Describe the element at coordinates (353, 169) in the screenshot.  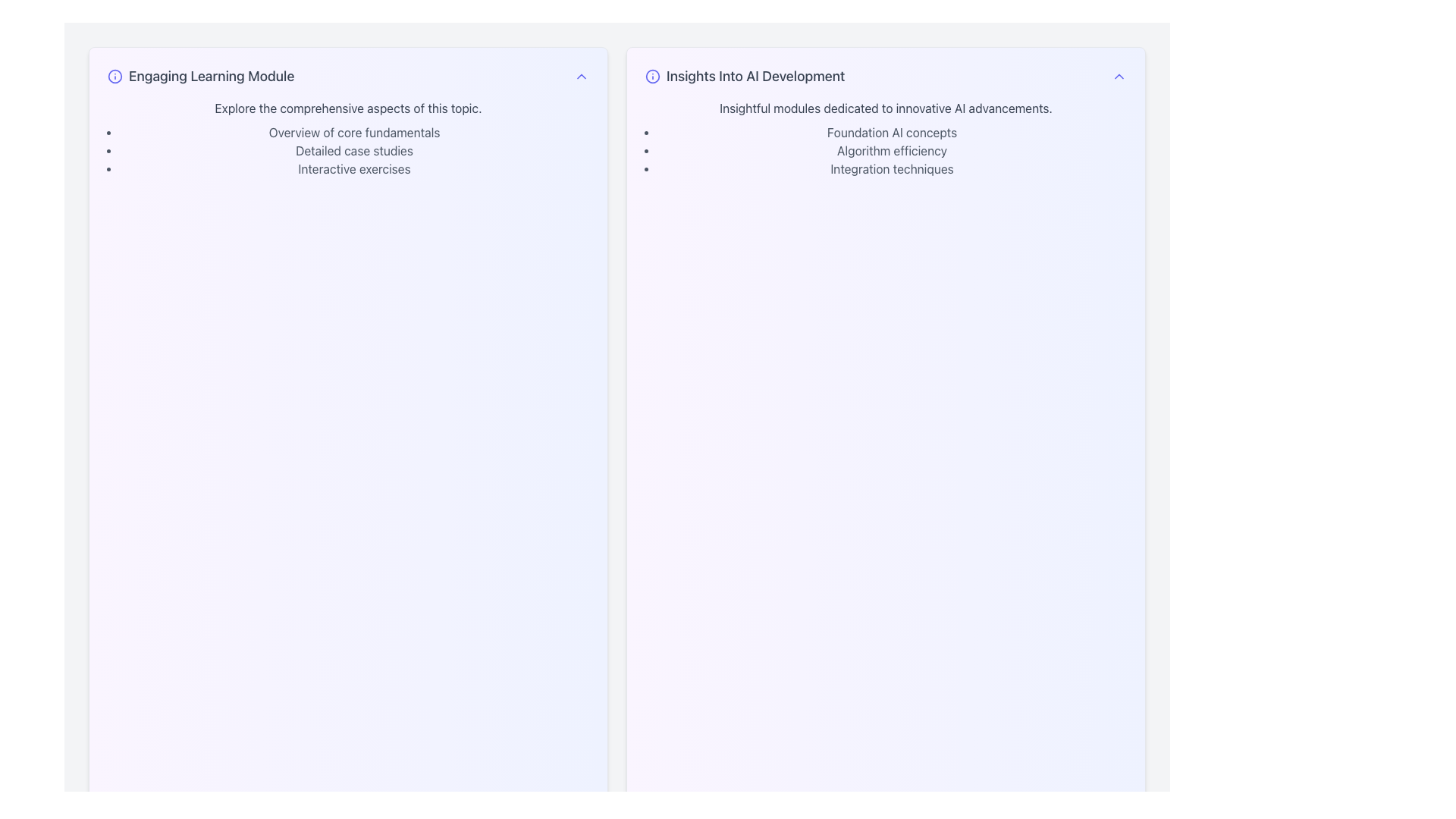
I see `the text element that contains 'Interactive exercises', which is the third item in the bulleted list under the 'Engaging Learning Module' box` at that location.